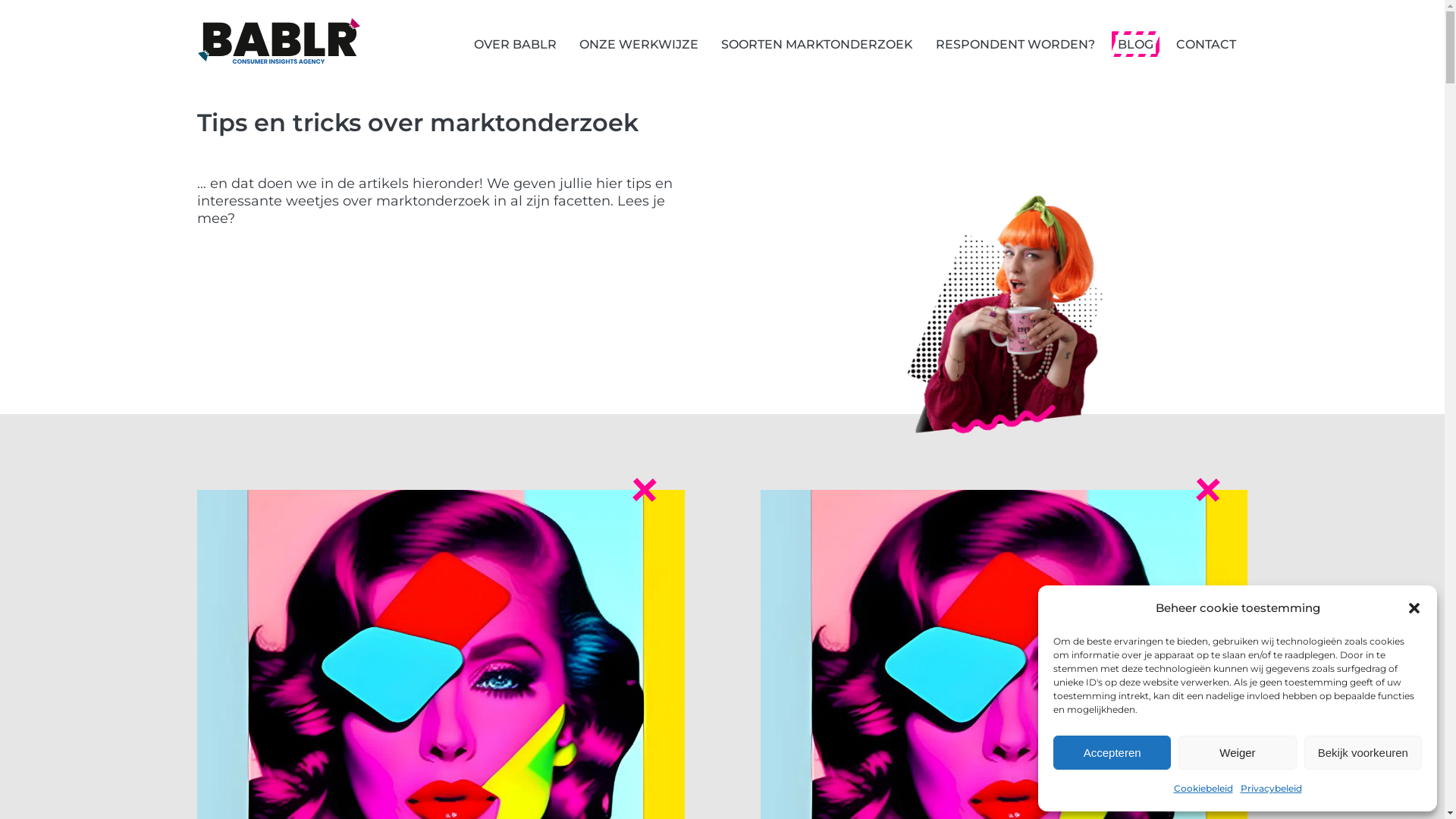 The image size is (1456, 819). Describe the element at coordinates (1363, 752) in the screenshot. I see `'Bekijk voorkeuren'` at that location.